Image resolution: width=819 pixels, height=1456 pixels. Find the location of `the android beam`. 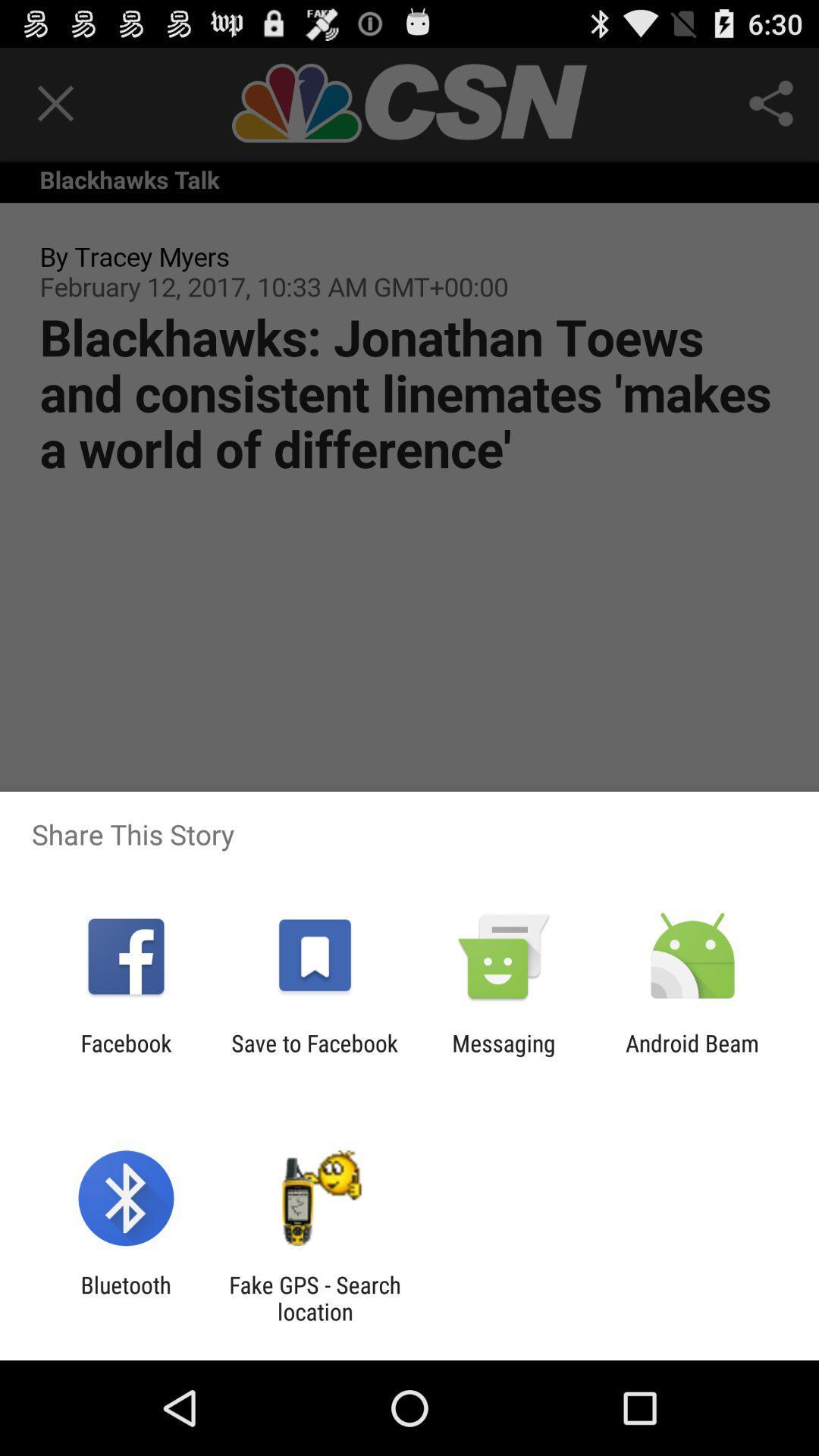

the android beam is located at coordinates (692, 1056).